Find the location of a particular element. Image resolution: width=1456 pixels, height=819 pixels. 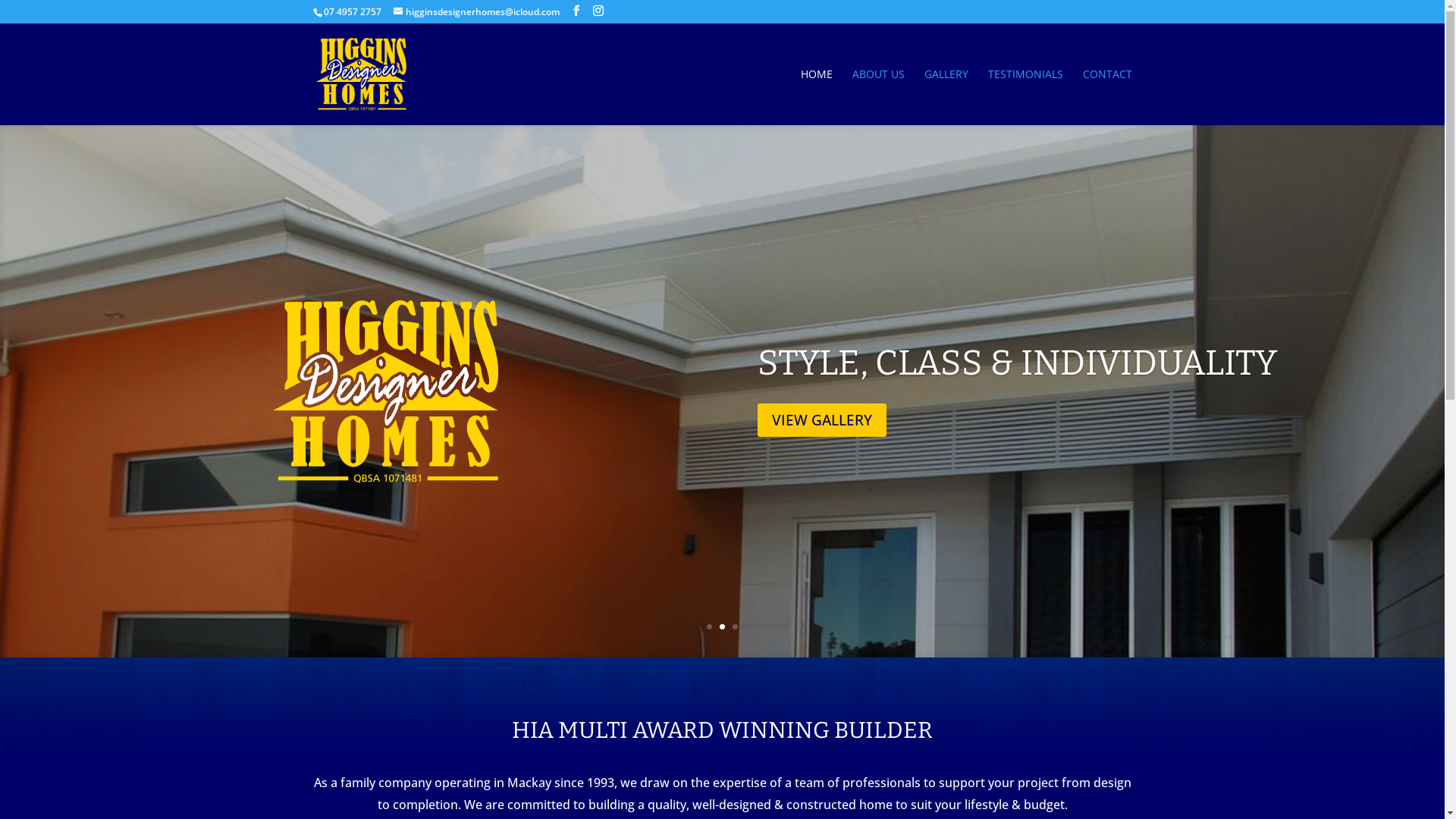

'VIEW GALLERY' is located at coordinates (821, 420).